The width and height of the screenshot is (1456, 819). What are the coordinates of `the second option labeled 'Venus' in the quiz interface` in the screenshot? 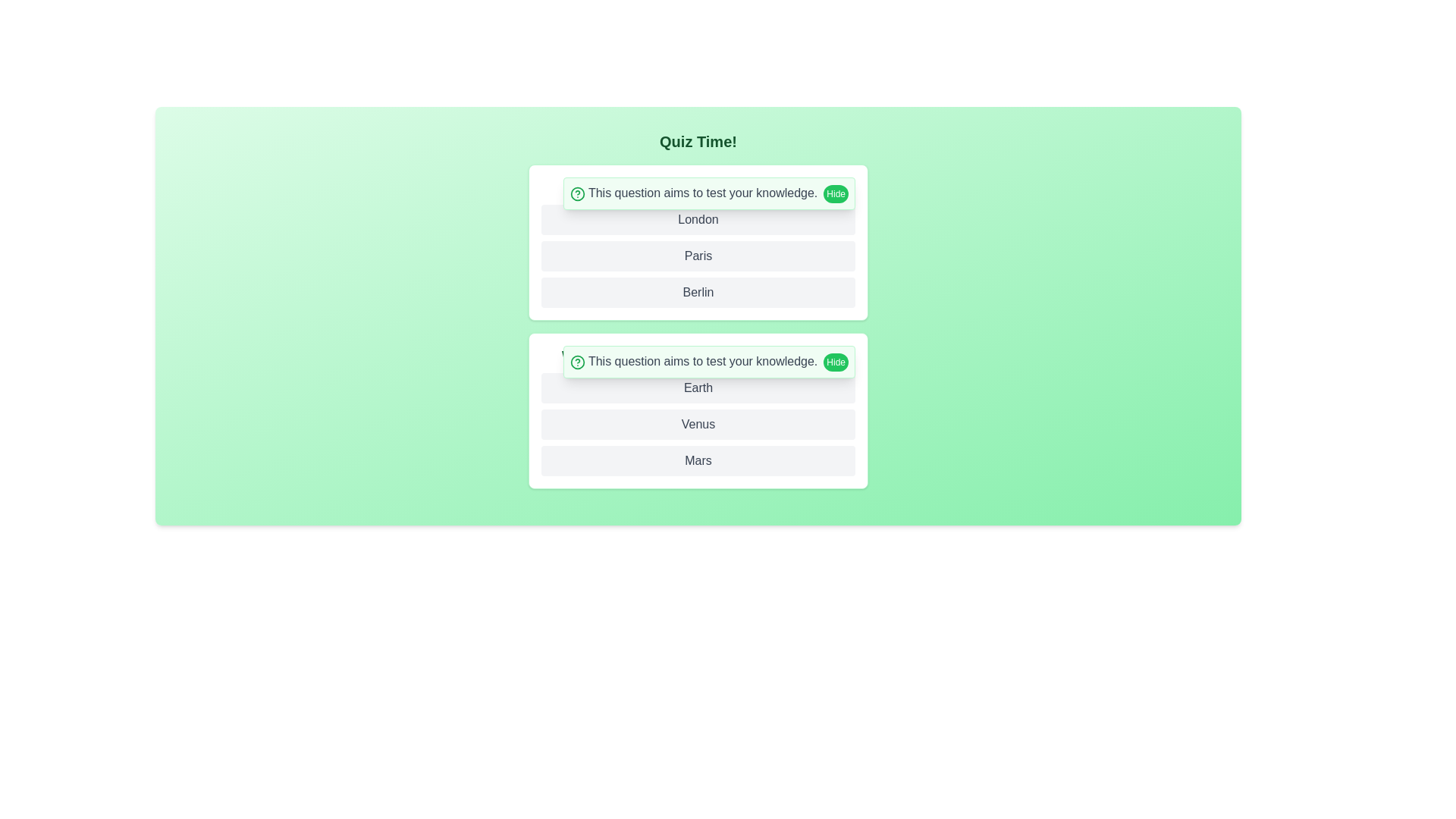 It's located at (698, 424).